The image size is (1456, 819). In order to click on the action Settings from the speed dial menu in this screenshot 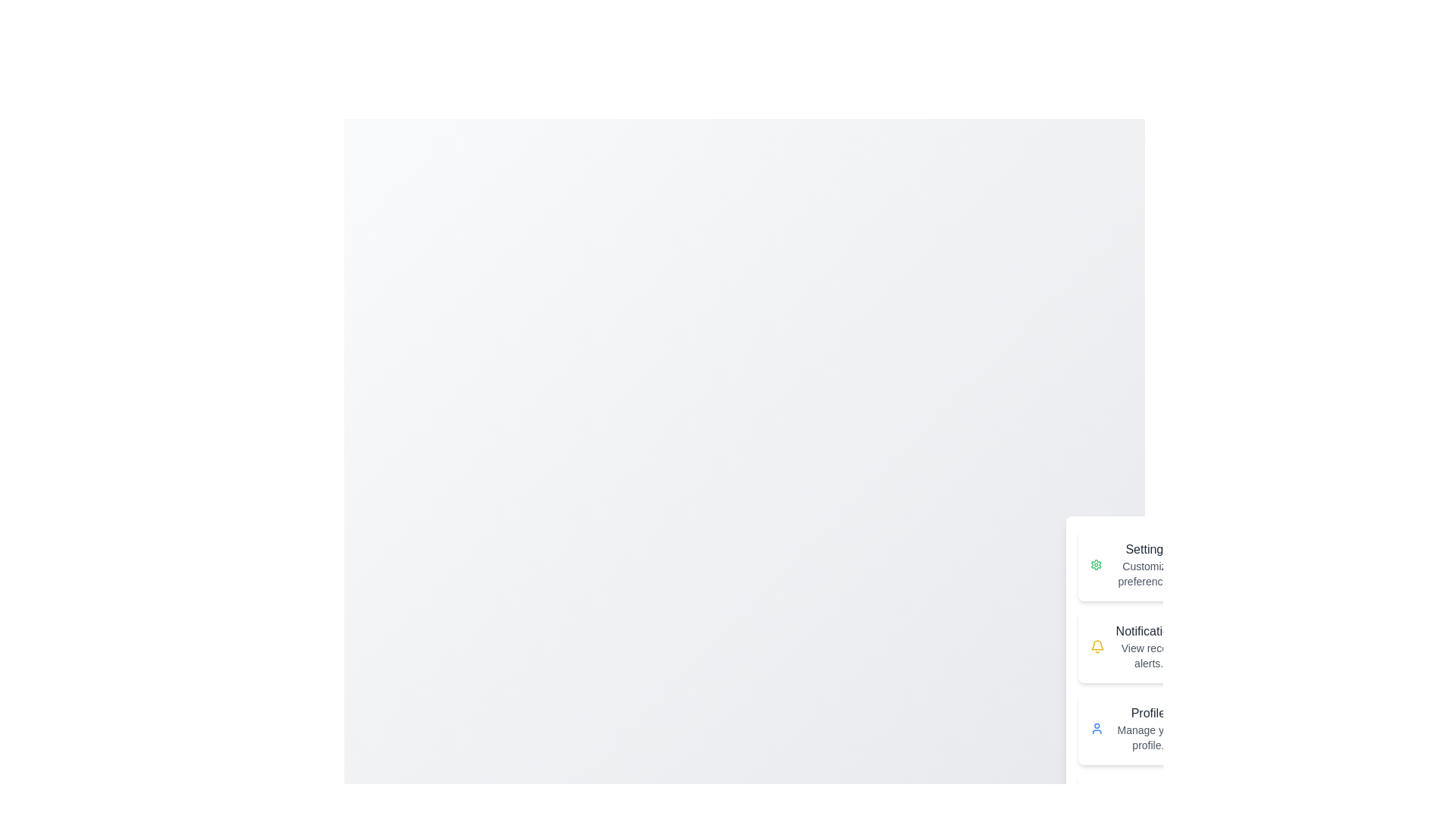, I will do `click(1136, 564)`.